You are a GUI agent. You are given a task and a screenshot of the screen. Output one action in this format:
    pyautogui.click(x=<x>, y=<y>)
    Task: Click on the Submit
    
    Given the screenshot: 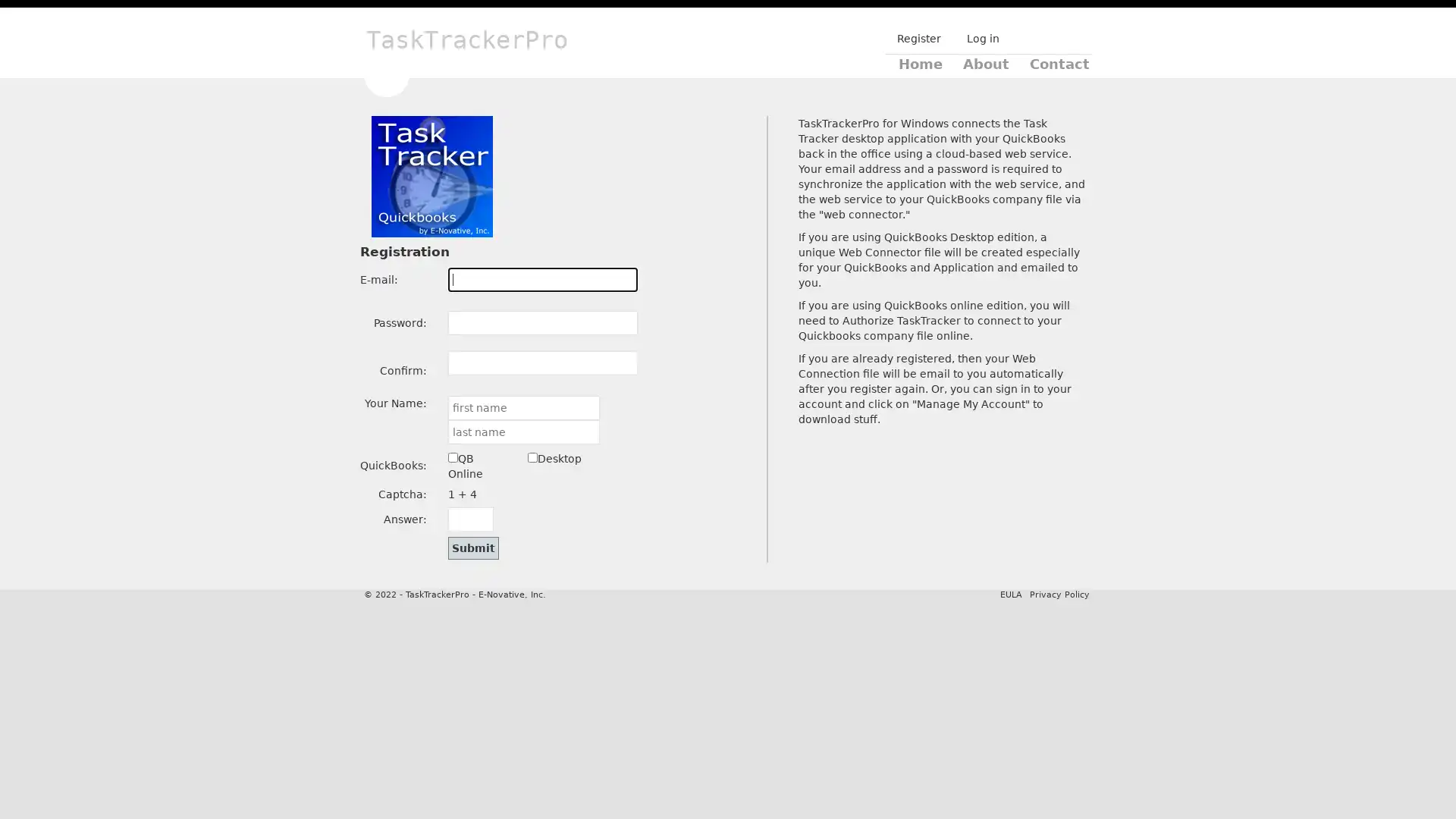 What is the action you would take?
    pyautogui.click(x=472, y=548)
    